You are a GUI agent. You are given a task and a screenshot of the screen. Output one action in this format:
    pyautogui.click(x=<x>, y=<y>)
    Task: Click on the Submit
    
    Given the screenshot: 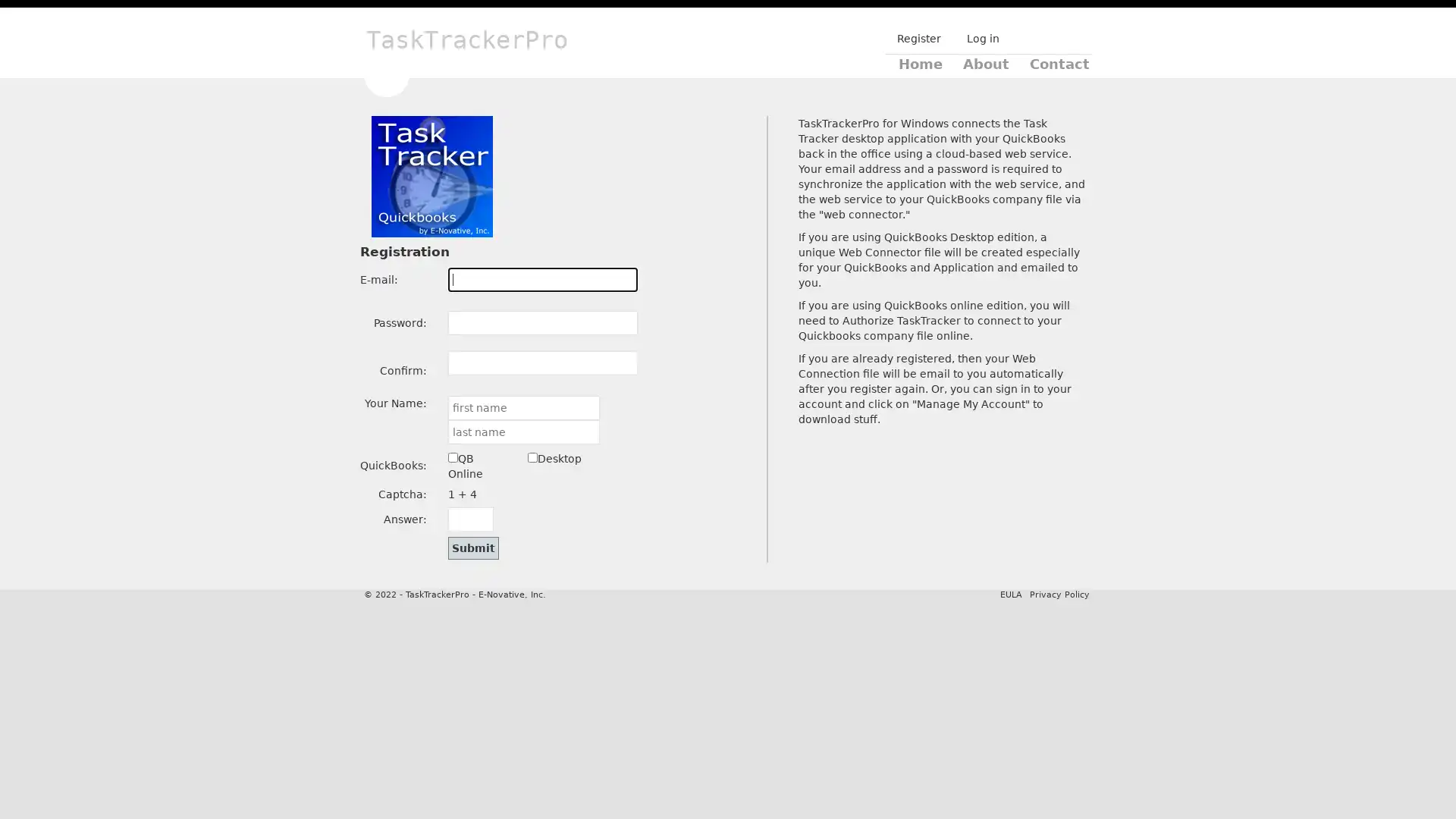 What is the action you would take?
    pyautogui.click(x=472, y=548)
    